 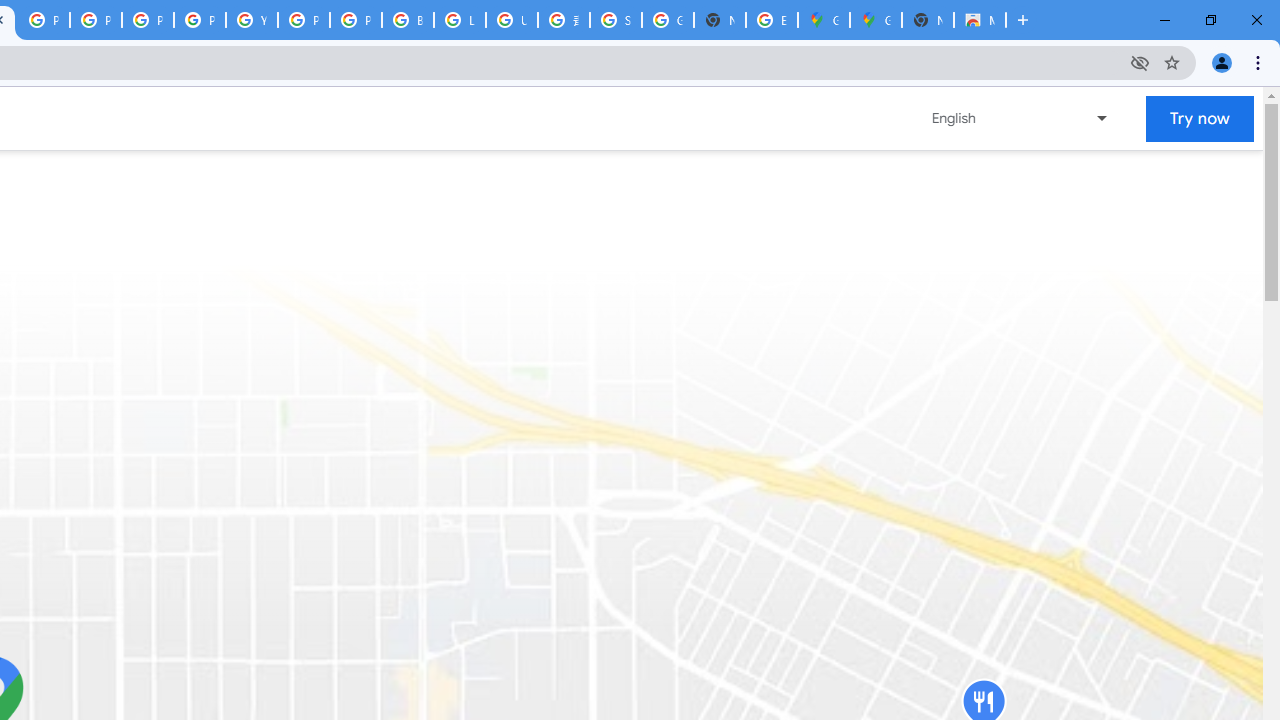 I want to click on 'Change language or region', so click(x=1021, y=118).